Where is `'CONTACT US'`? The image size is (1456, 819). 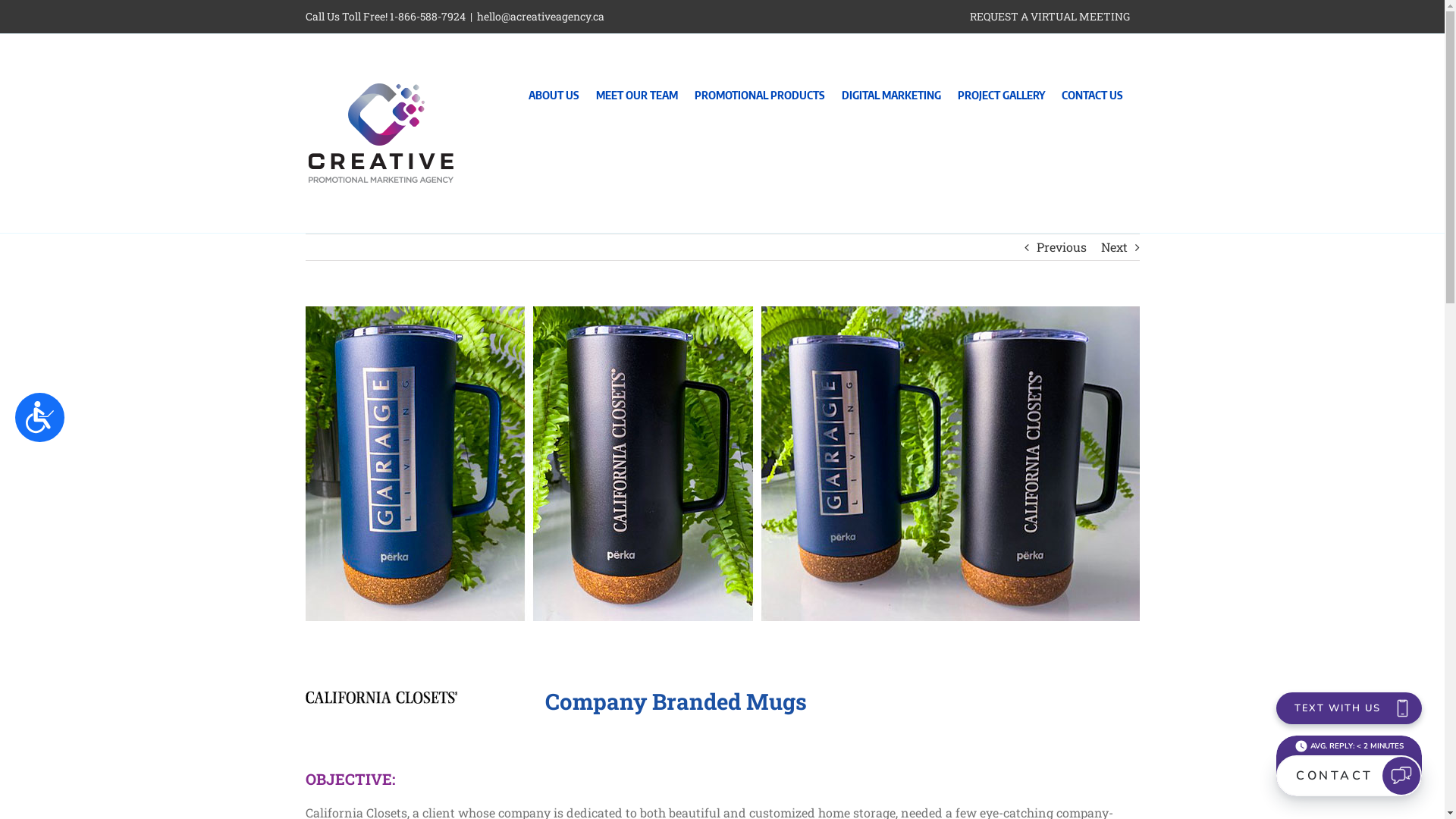
'CONTACT US' is located at coordinates (1092, 90).